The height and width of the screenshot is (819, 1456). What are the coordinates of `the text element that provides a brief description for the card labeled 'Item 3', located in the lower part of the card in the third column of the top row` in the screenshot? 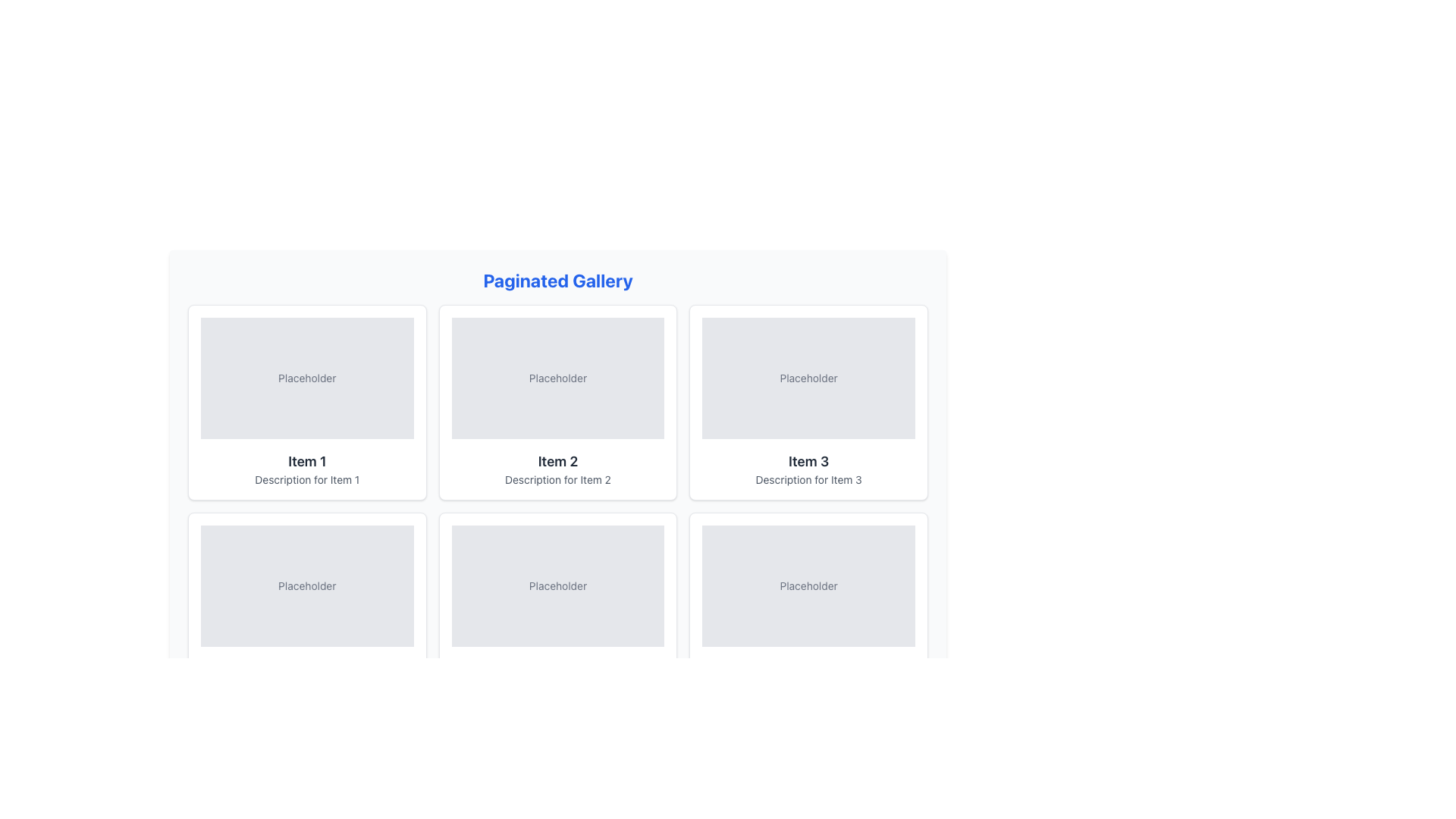 It's located at (808, 479).